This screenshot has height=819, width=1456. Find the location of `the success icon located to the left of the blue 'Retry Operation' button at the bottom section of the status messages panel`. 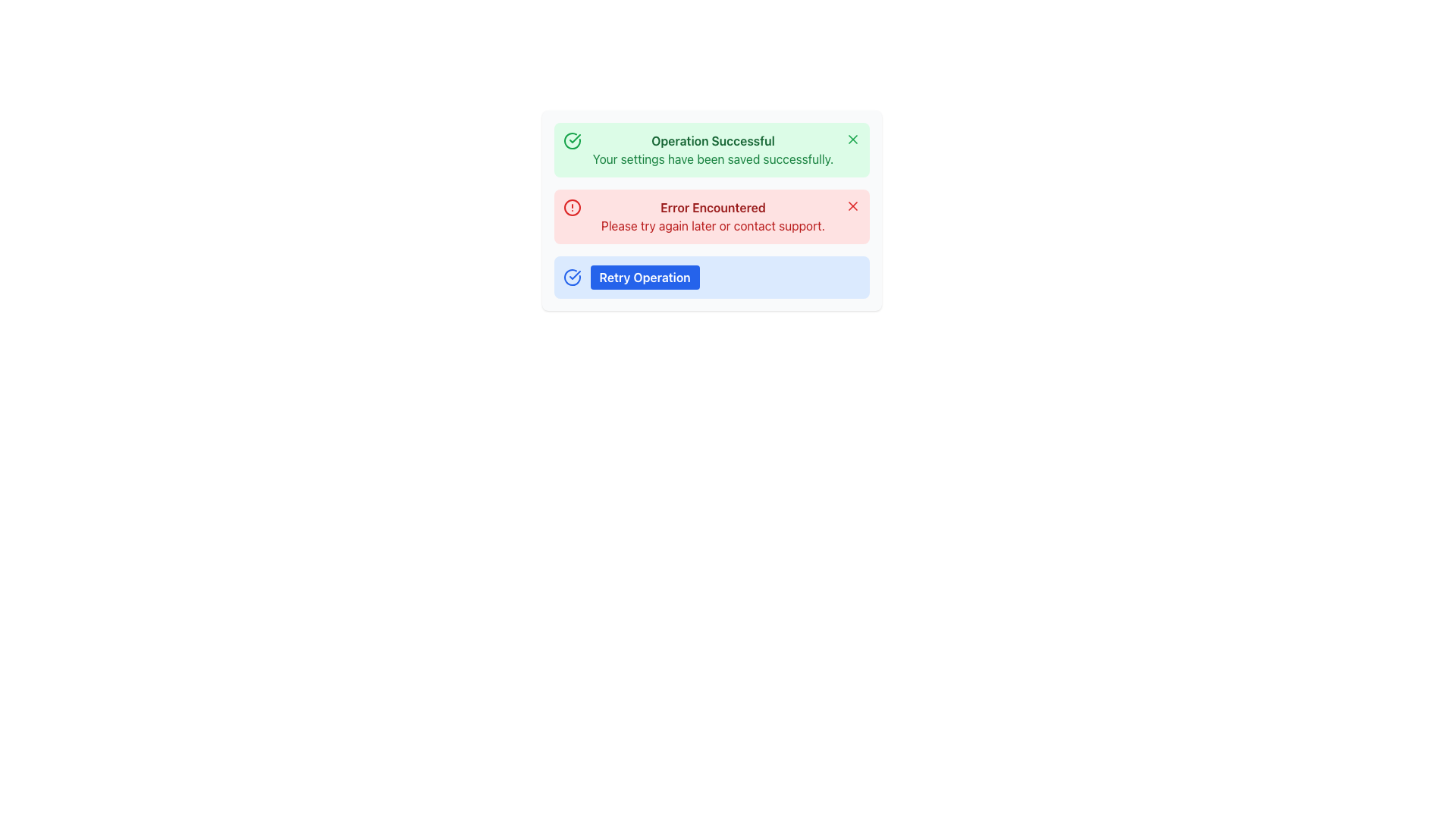

the success icon located to the left of the blue 'Retry Operation' button at the bottom section of the status messages panel is located at coordinates (571, 278).